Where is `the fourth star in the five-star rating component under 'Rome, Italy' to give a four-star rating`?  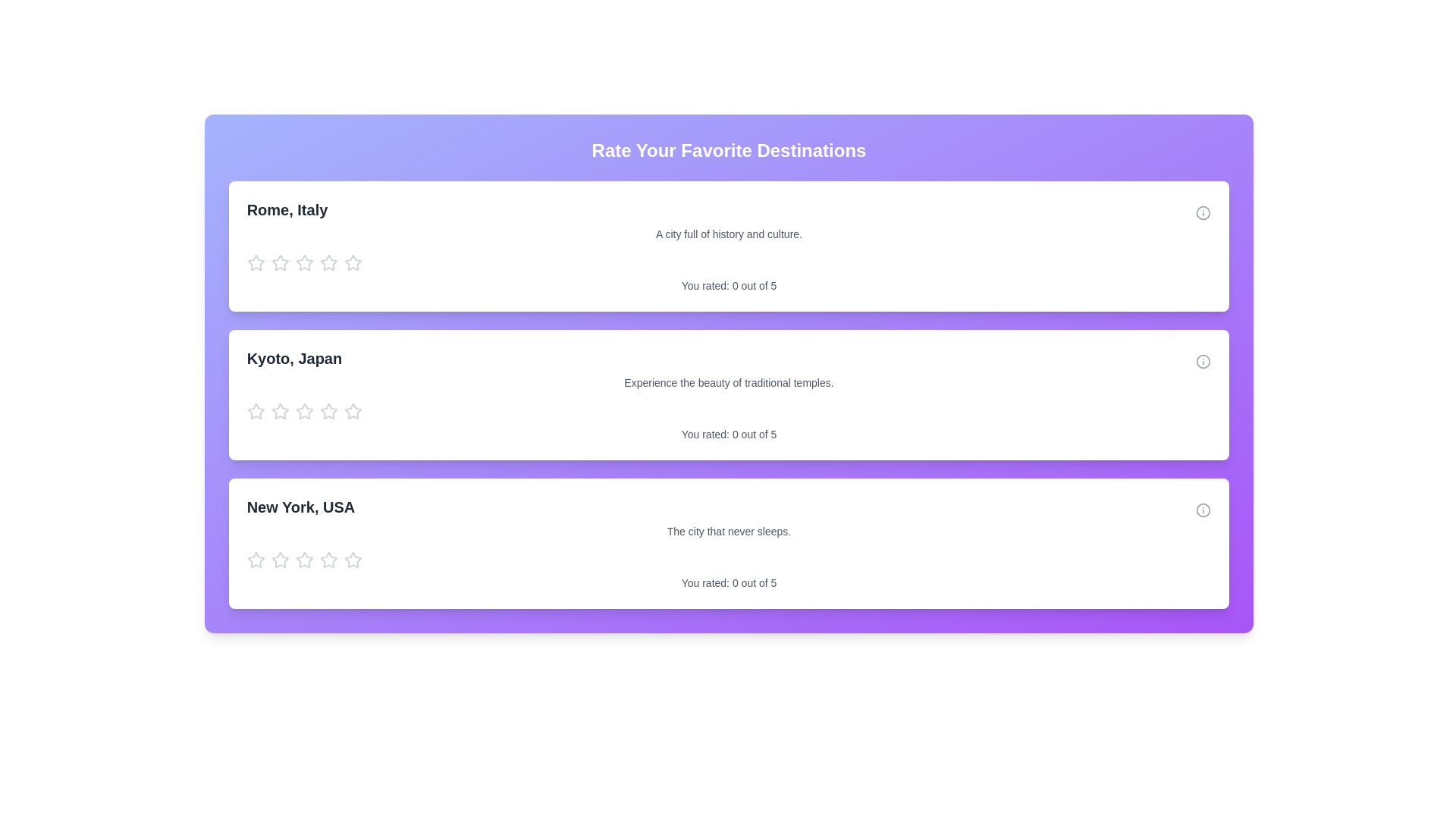 the fourth star in the five-star rating component under 'Rome, Italy' to give a four-star rating is located at coordinates (303, 262).